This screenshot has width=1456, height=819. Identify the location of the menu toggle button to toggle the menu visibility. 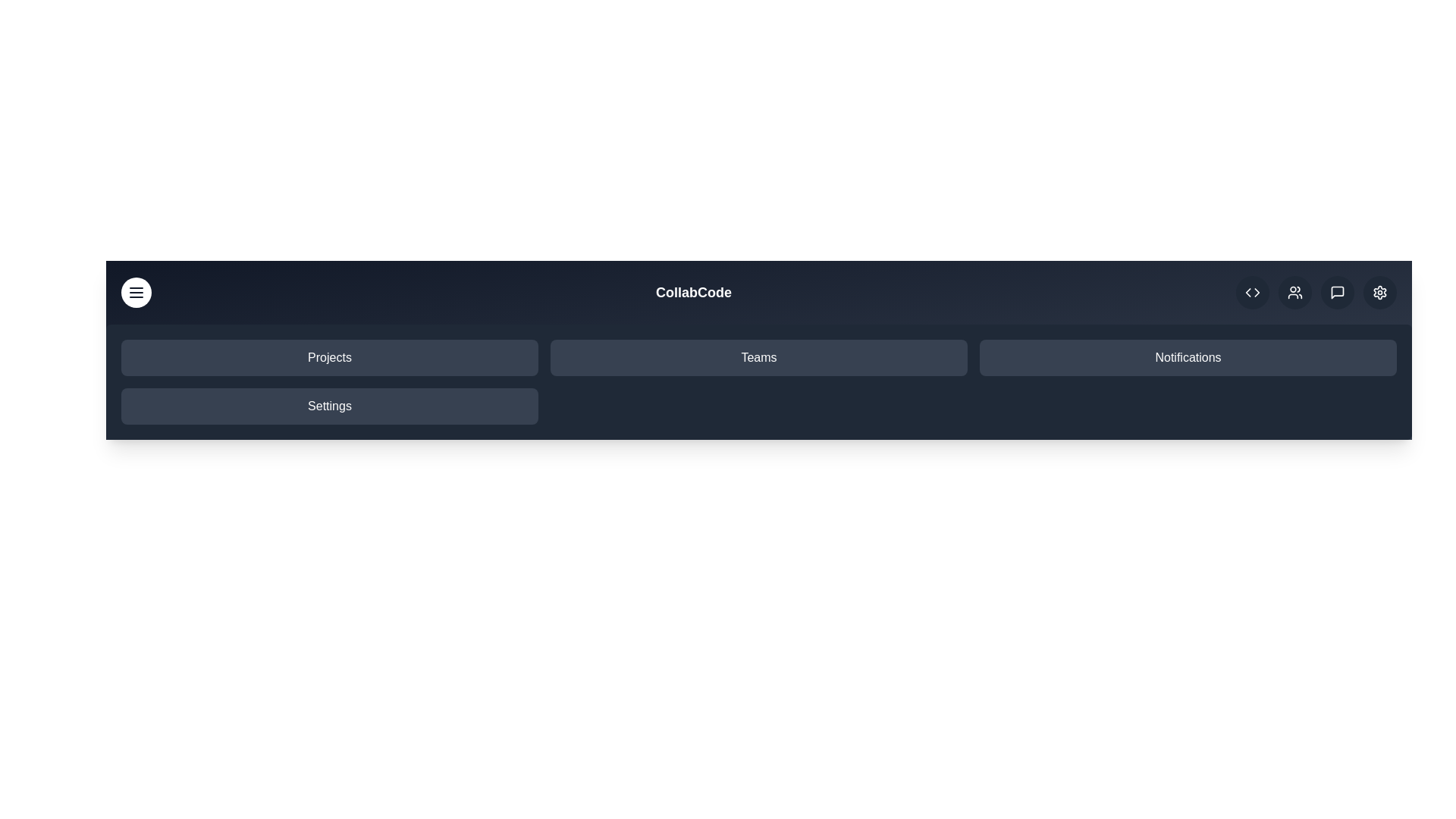
(136, 292).